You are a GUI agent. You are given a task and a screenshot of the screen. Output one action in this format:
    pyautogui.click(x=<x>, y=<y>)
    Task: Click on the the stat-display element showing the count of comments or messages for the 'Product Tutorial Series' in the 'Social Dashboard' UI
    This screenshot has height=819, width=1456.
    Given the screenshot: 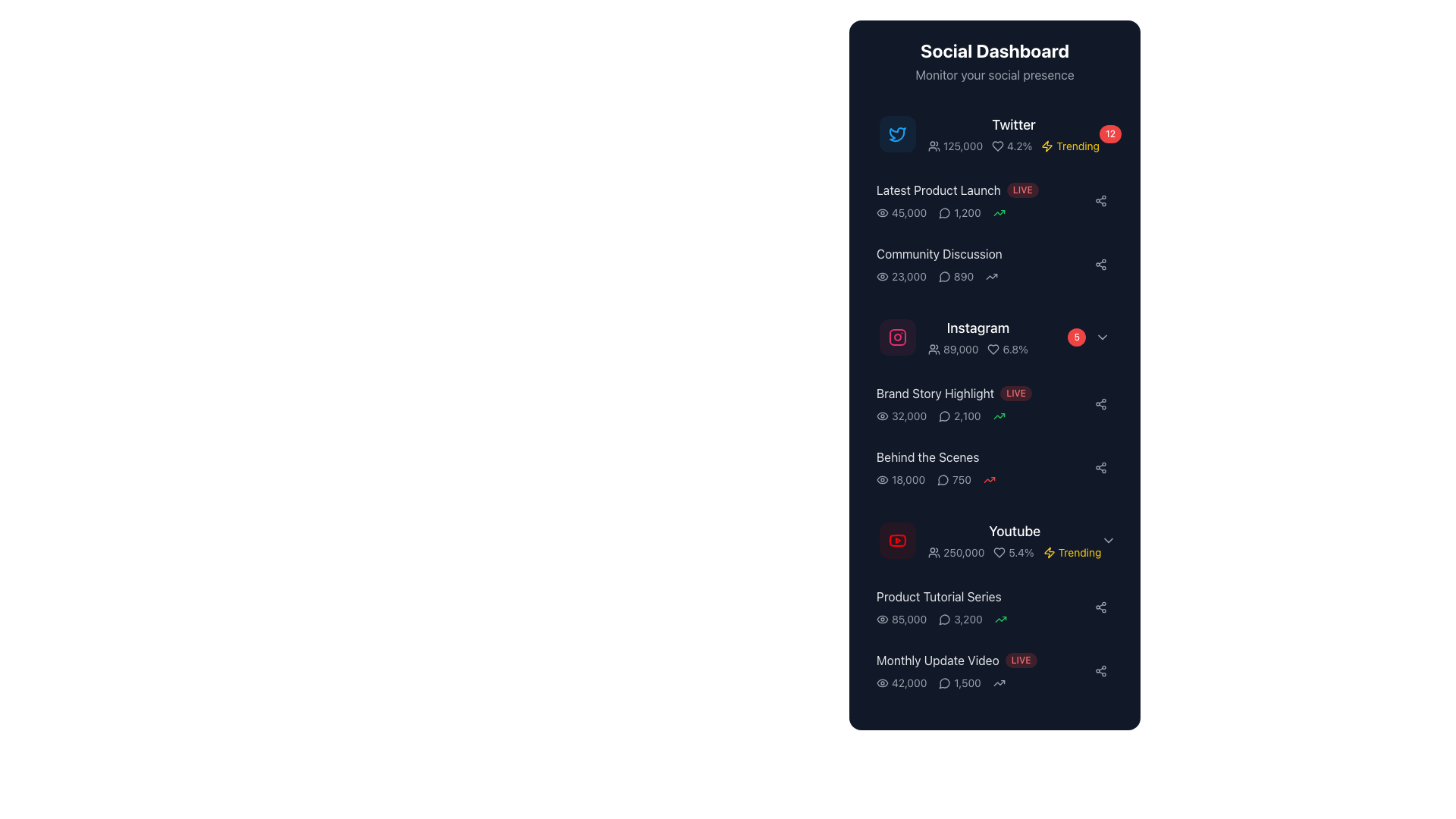 What is the action you would take?
    pyautogui.click(x=960, y=620)
    